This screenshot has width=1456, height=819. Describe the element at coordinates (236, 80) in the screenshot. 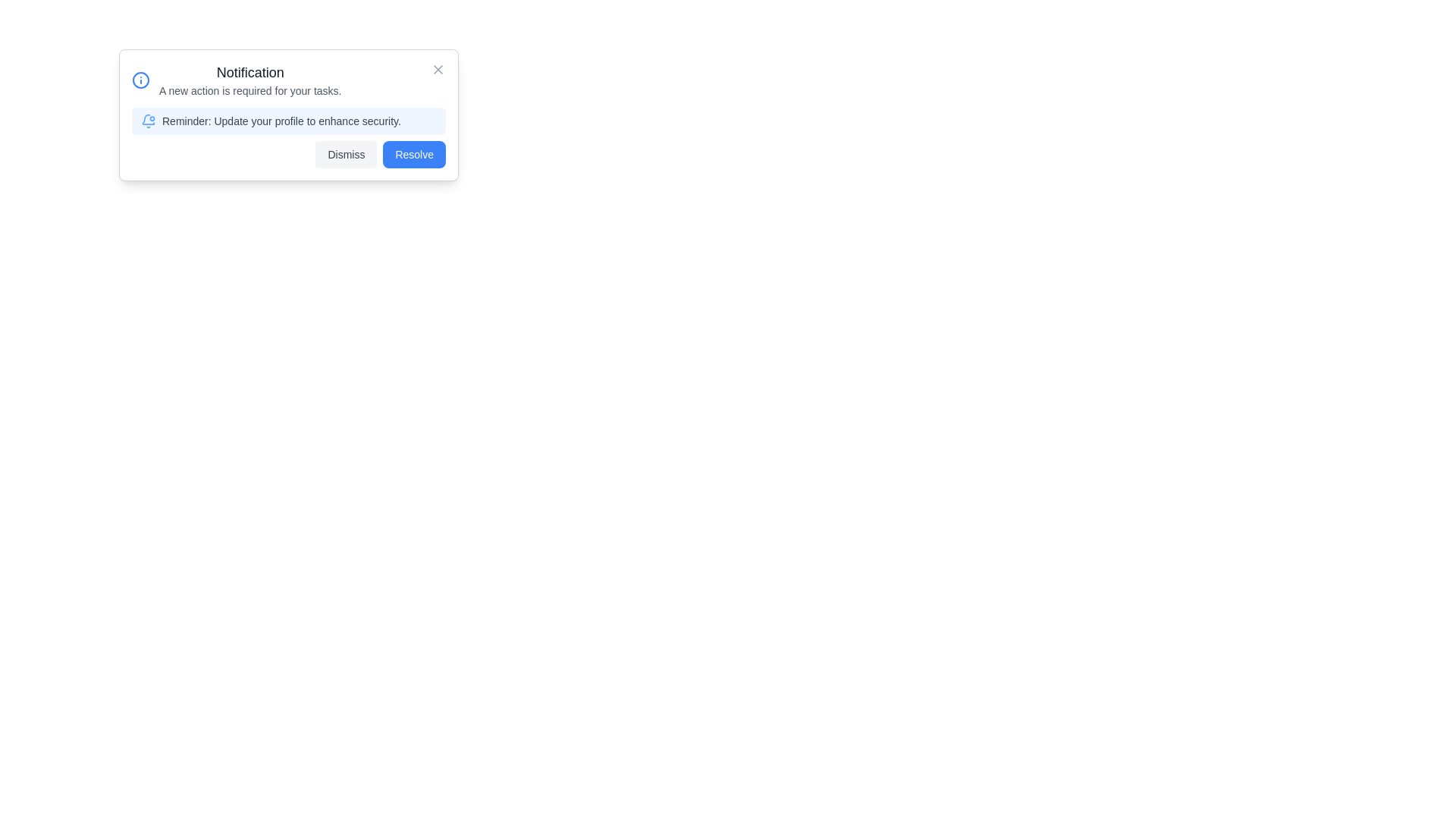

I see `notification content displayed in the informational card header, which includes a bold 'Notification' title and a message stating 'A new action is required for your tasks.'` at that location.